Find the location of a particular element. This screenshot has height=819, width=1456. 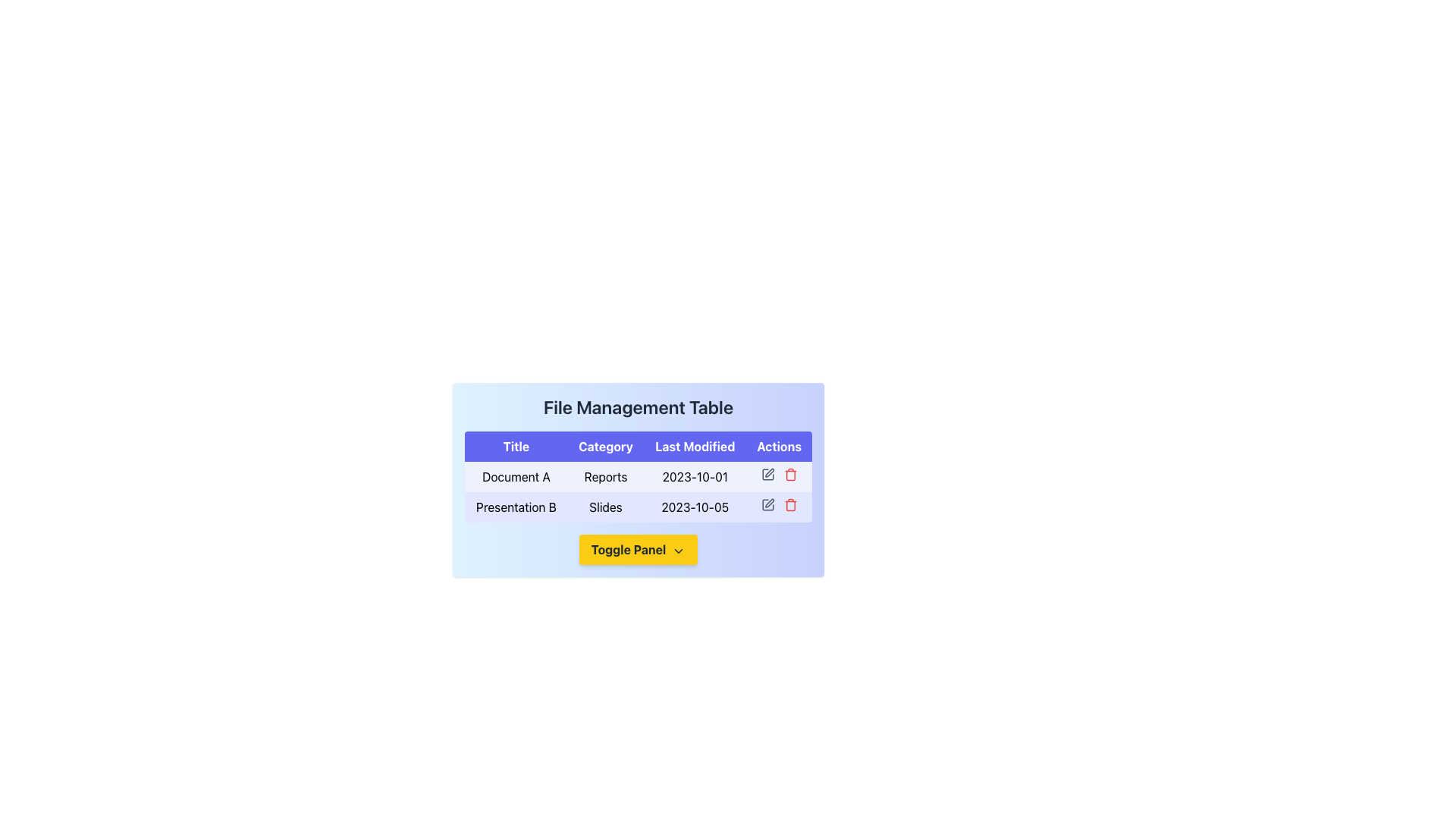

the 'Slides' text label element located in the second row of the table under the 'Category' column, which is centrally aligned between 'Presentation B' and '2023-10-05' is located at coordinates (605, 507).